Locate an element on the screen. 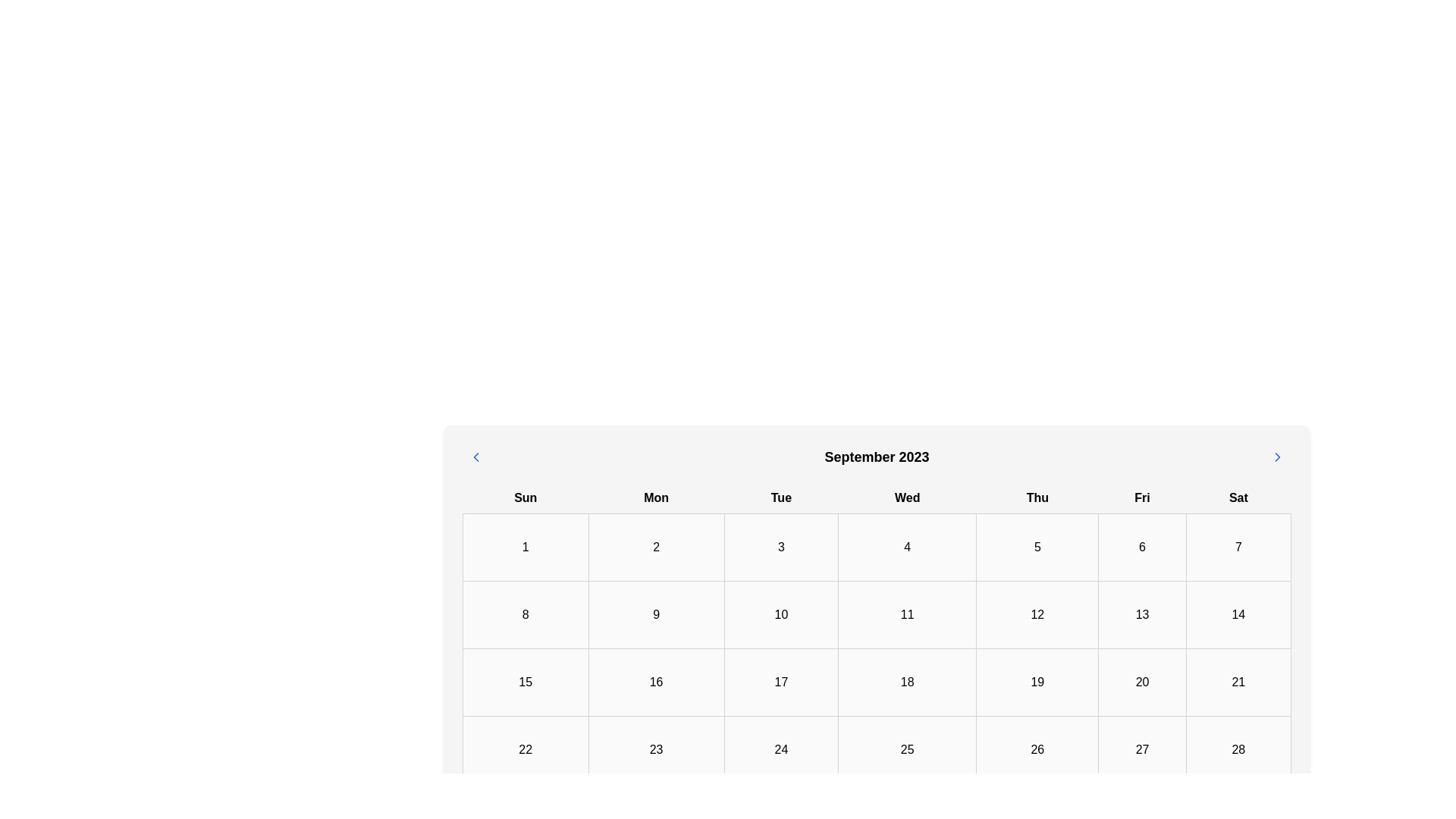 This screenshot has width=1456, height=819. the date cell representing the date '23' in the calendar grid is located at coordinates (656, 748).